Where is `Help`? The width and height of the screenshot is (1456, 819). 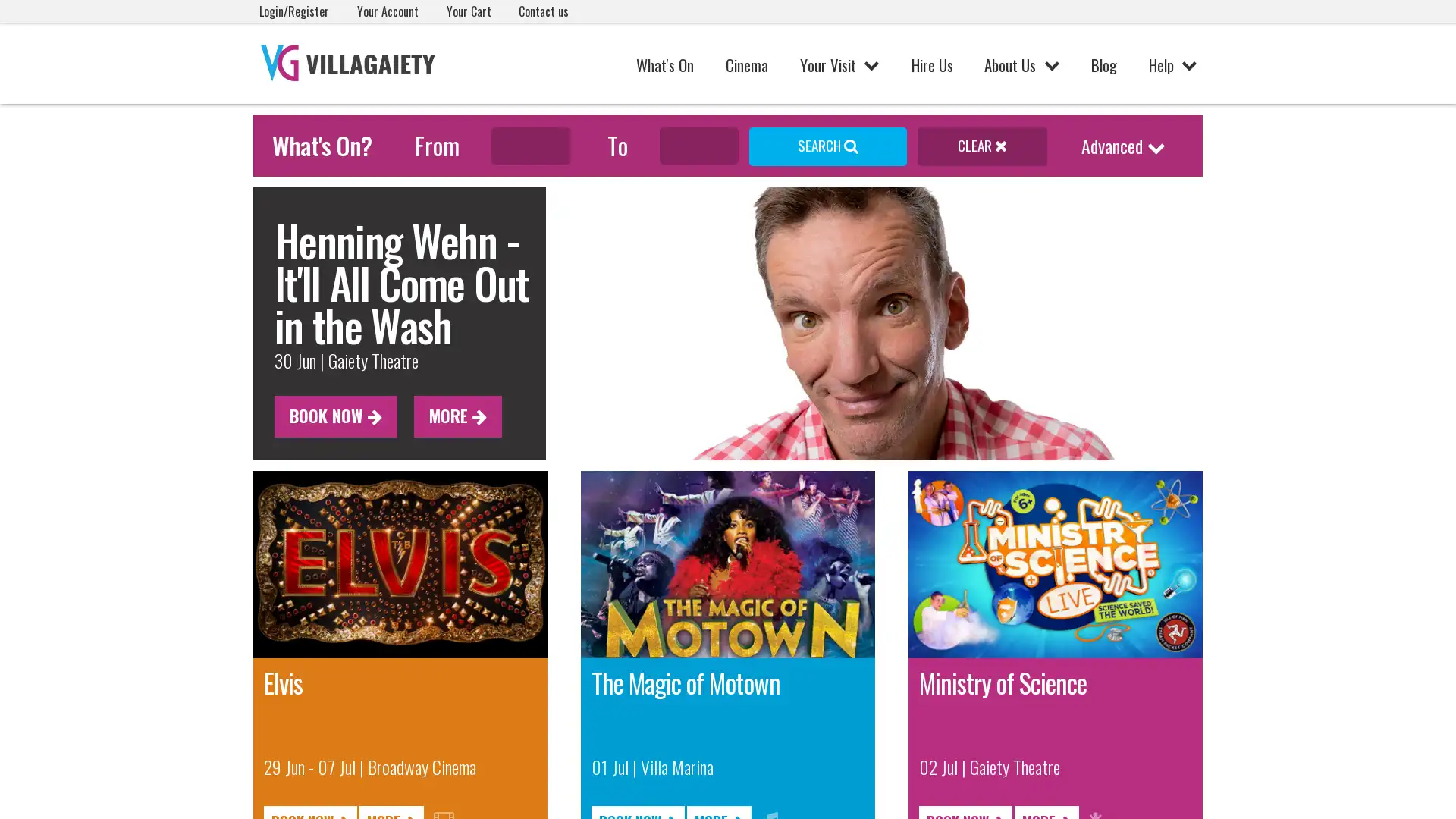 Help is located at coordinates (1172, 64).